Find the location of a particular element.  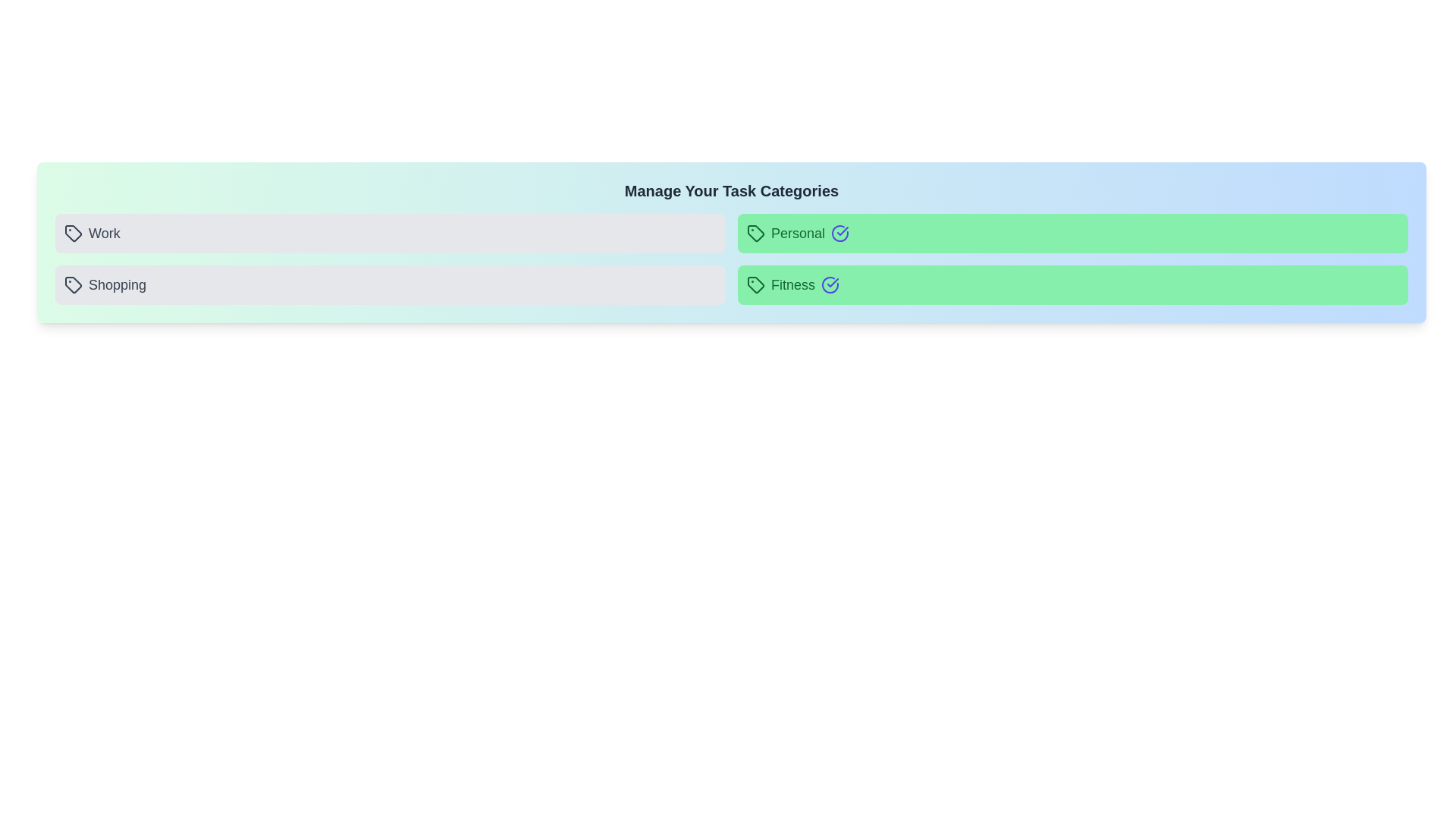

the category Personal by clicking on it is located at coordinates (1072, 234).